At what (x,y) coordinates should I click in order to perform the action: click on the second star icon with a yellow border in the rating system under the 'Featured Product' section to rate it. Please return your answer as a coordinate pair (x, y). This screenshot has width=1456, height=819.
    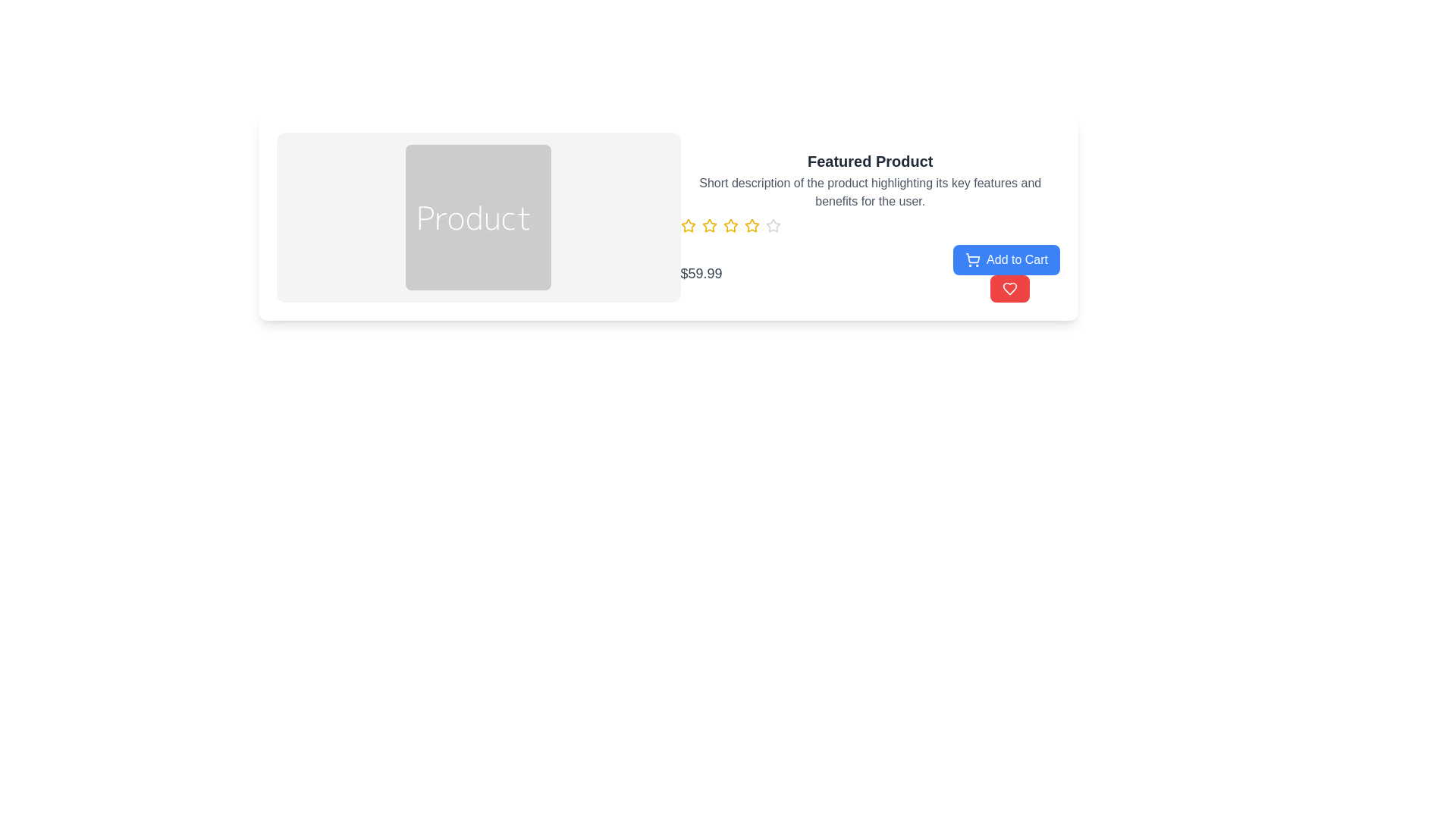
    Looking at the image, I should click on (708, 225).